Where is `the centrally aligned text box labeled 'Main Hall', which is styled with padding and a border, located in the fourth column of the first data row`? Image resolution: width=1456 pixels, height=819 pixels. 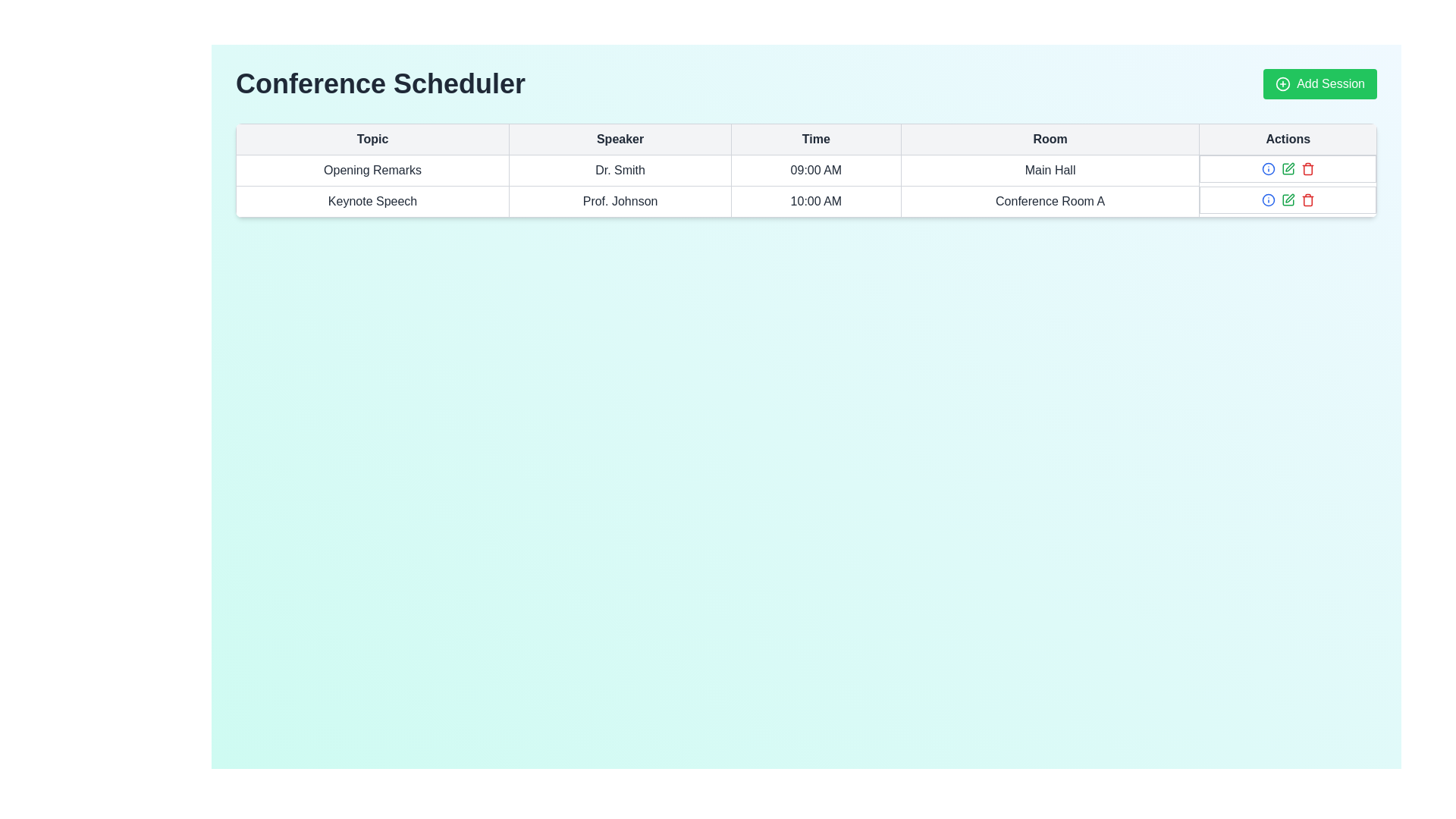
the centrally aligned text box labeled 'Main Hall', which is styled with padding and a border, located in the fourth column of the first data row is located at coordinates (1050, 170).